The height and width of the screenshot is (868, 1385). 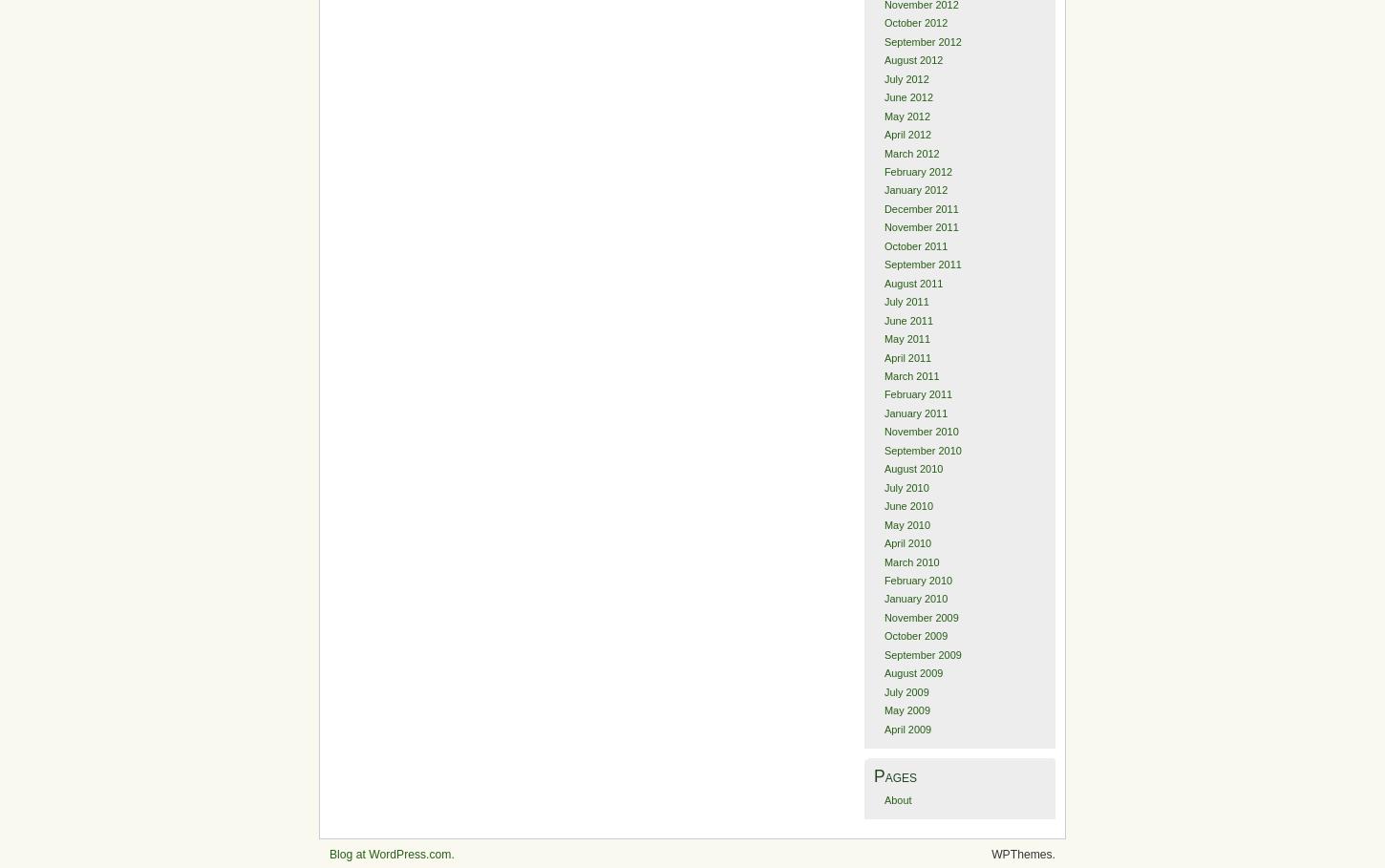 What do you see at coordinates (905, 76) in the screenshot?
I see `'July 2012'` at bounding box center [905, 76].